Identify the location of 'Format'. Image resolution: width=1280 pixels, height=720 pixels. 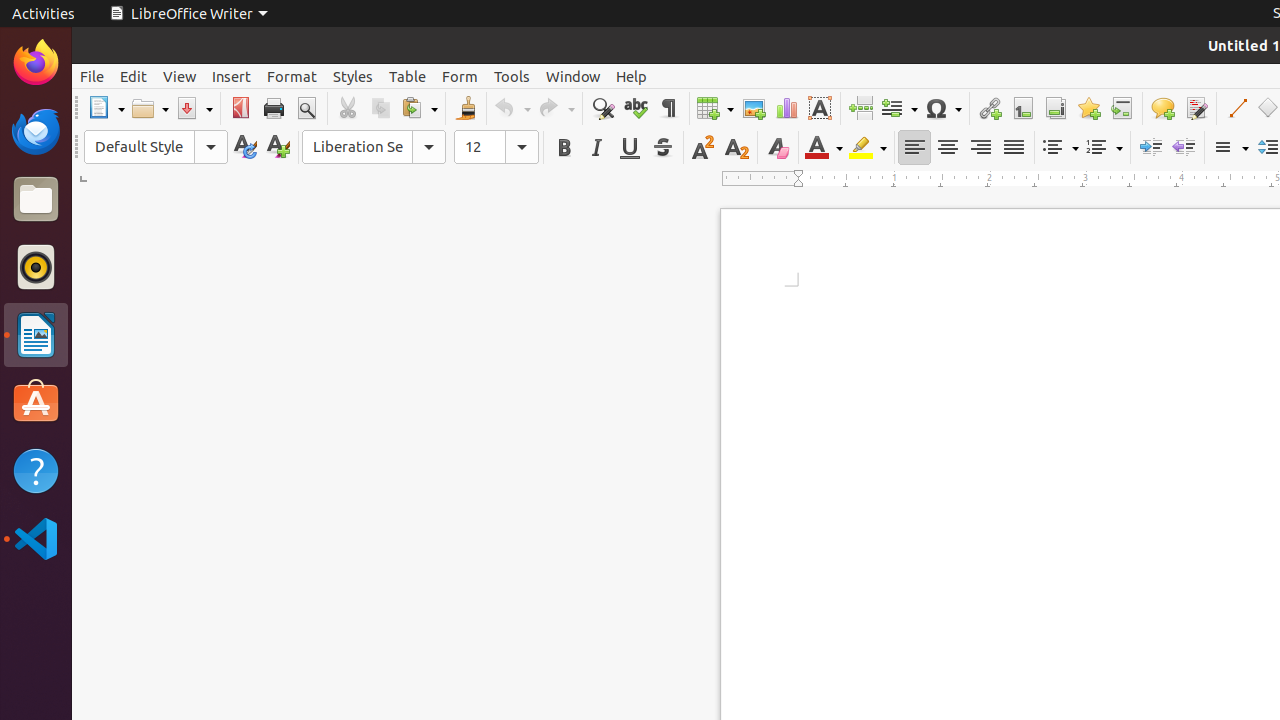
(290, 75).